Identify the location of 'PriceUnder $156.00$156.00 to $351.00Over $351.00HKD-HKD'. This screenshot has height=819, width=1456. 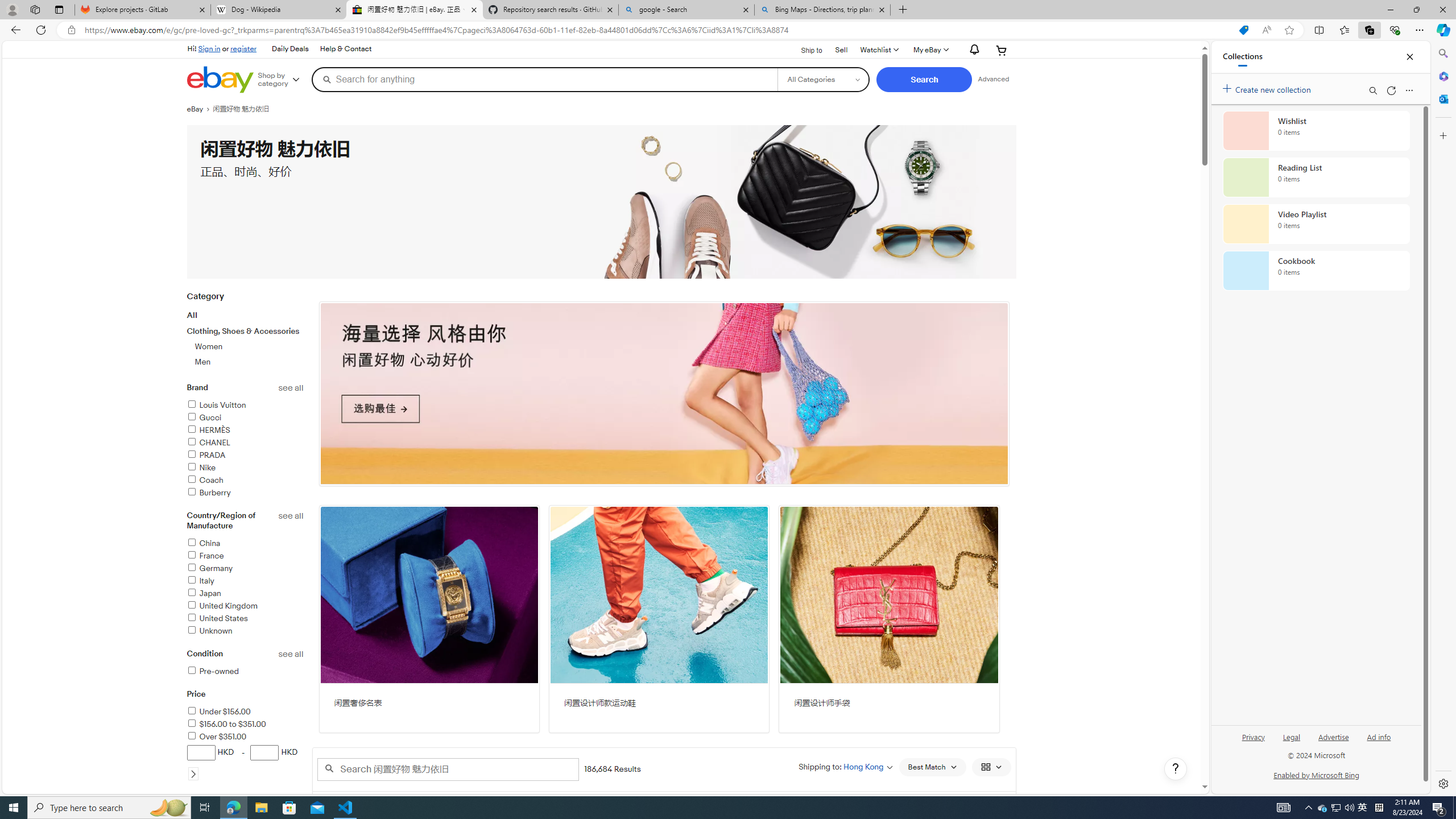
(245, 741).